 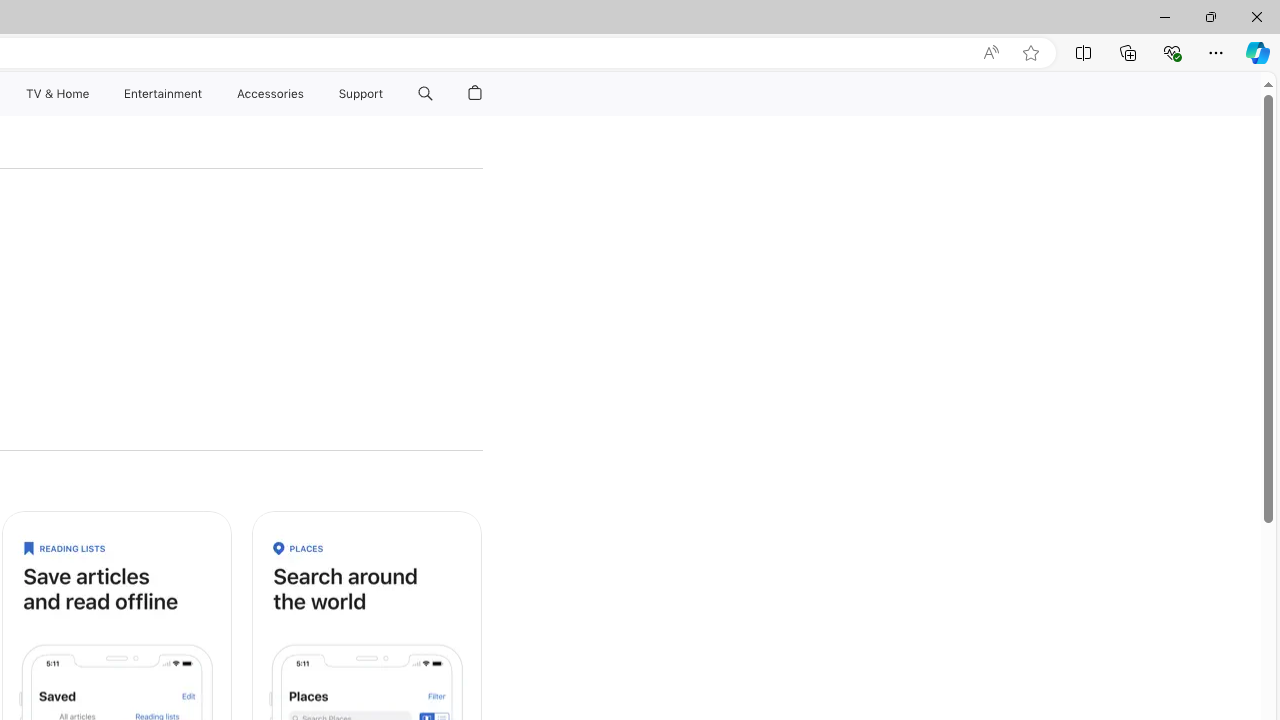 What do you see at coordinates (269, 93) in the screenshot?
I see `'Accessories'` at bounding box center [269, 93].